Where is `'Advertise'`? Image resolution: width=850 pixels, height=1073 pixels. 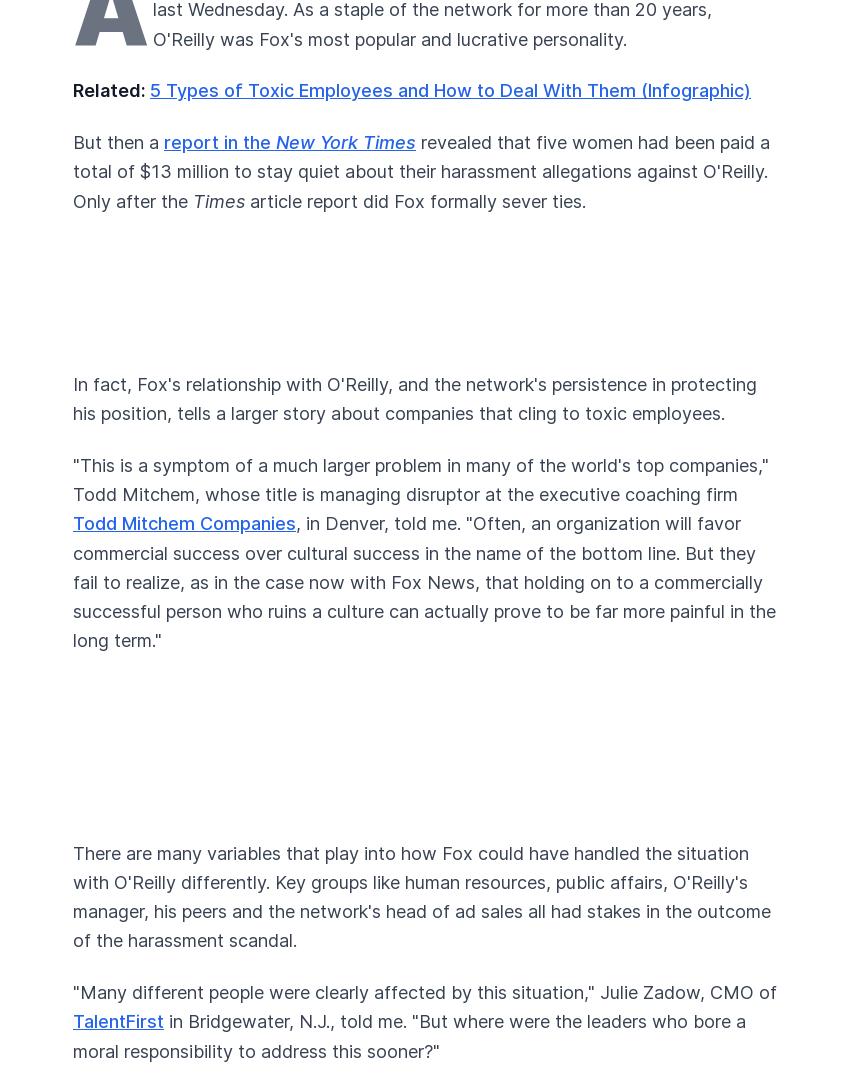
'Advertise' is located at coordinates (391, 733).